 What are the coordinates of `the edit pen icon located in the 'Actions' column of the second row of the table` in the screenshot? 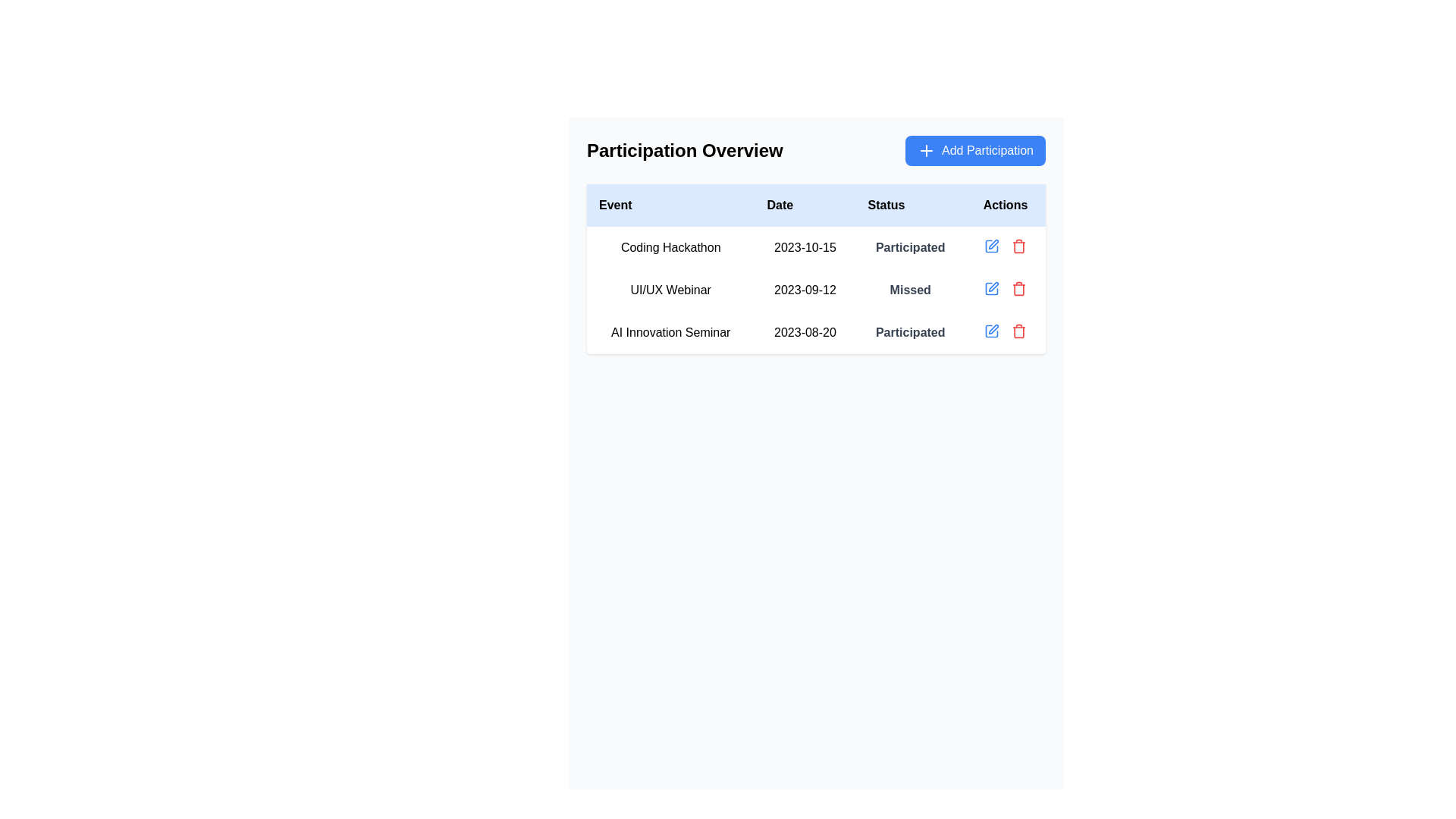 It's located at (993, 287).